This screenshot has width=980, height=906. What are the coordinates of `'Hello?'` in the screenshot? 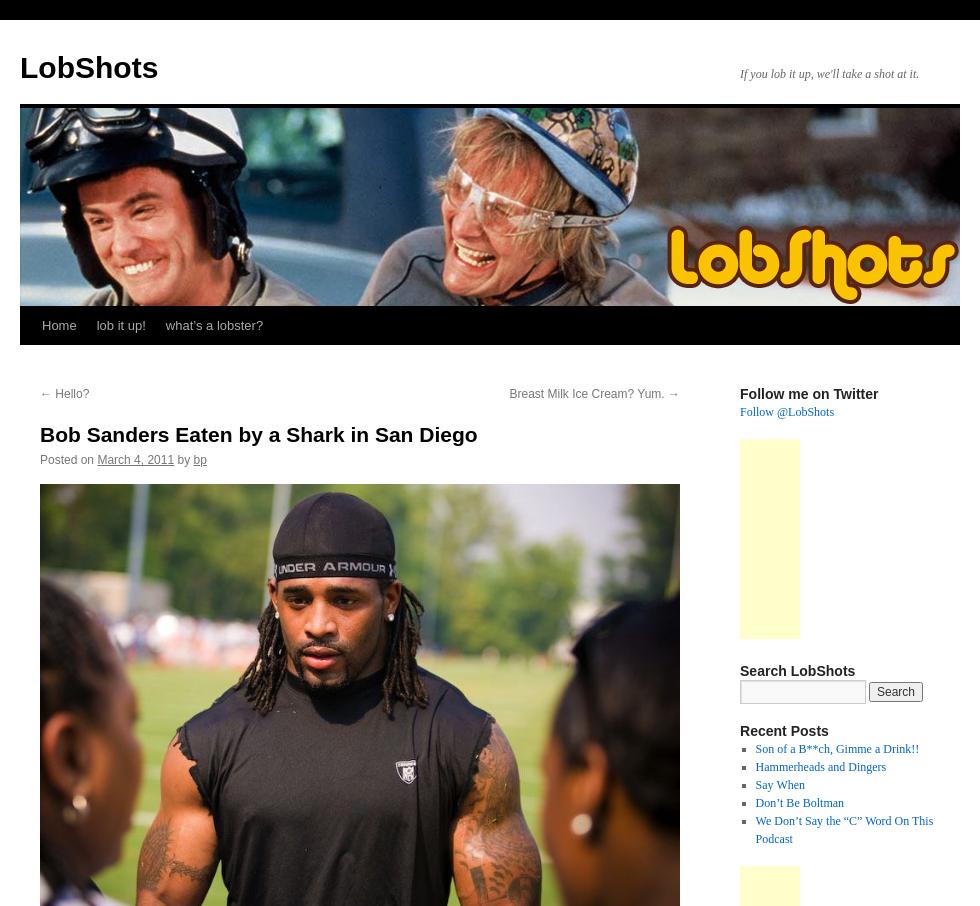 It's located at (52, 393).